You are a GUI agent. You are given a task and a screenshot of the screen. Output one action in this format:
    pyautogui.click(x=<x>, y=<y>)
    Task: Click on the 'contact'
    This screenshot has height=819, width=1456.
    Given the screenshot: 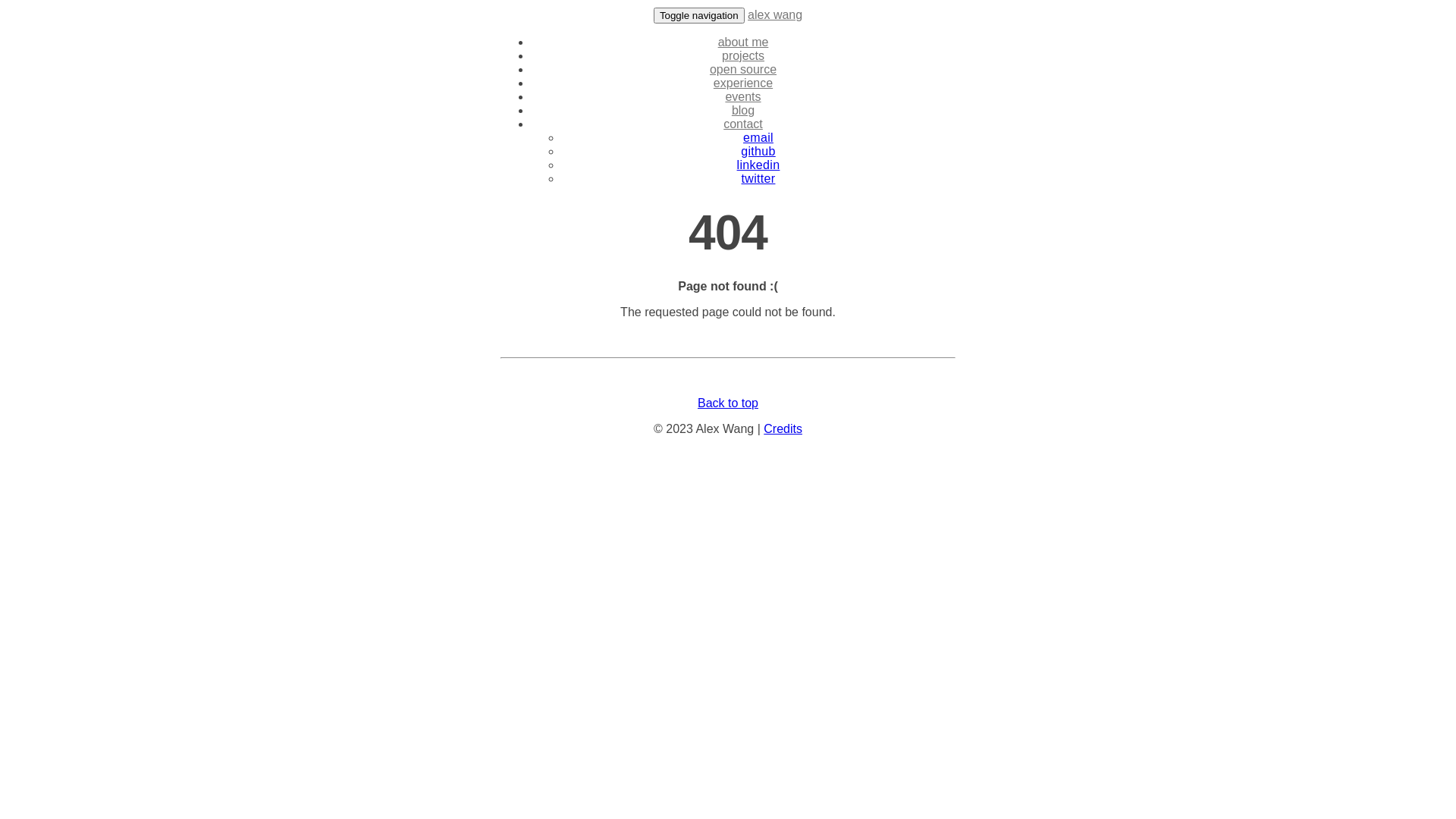 What is the action you would take?
    pyautogui.click(x=742, y=123)
    